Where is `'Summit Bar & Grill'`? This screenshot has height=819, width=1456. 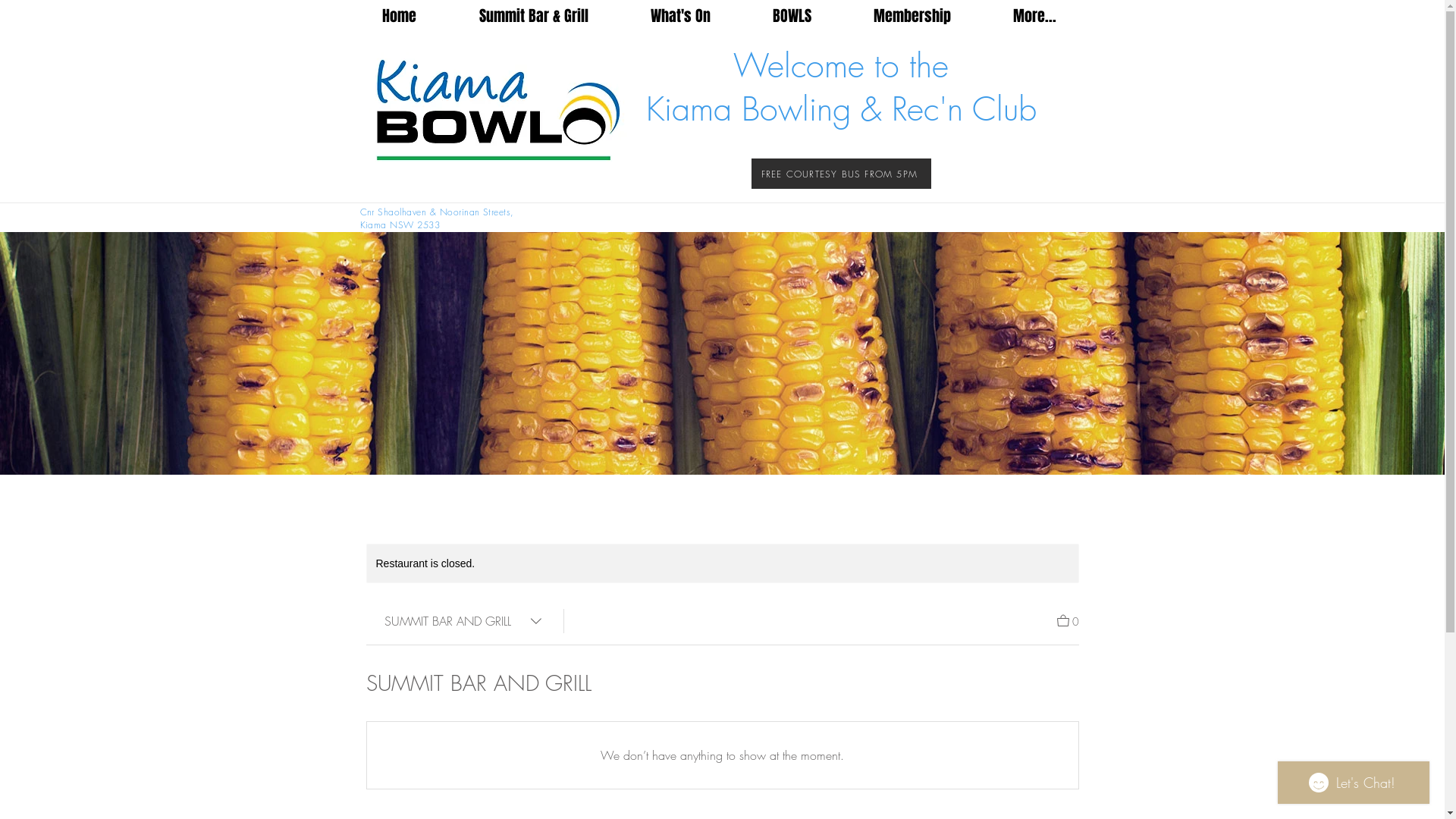 'Summit Bar & Grill' is located at coordinates (532, 16).